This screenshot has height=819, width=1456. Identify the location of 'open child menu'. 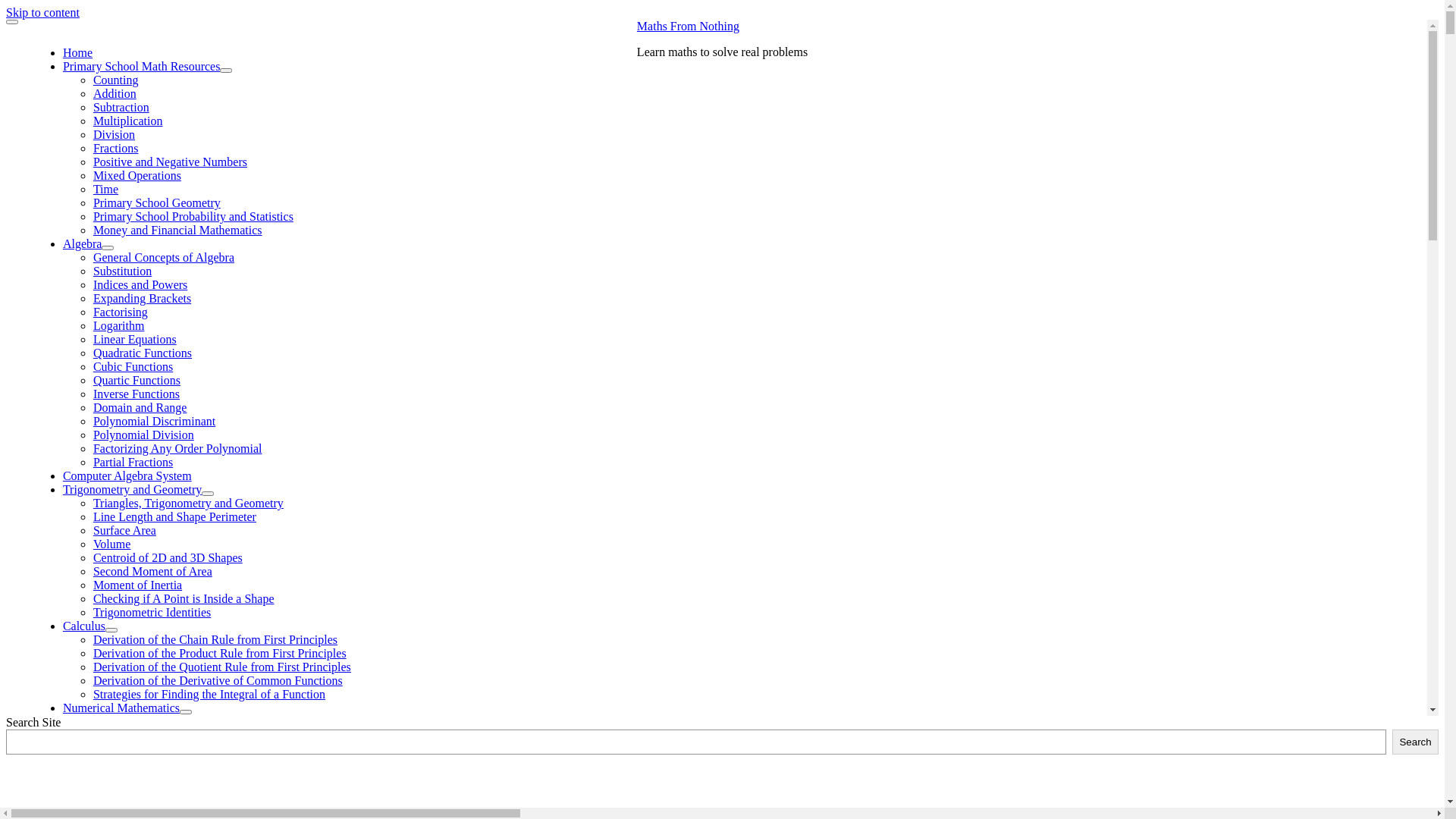
(206, 494).